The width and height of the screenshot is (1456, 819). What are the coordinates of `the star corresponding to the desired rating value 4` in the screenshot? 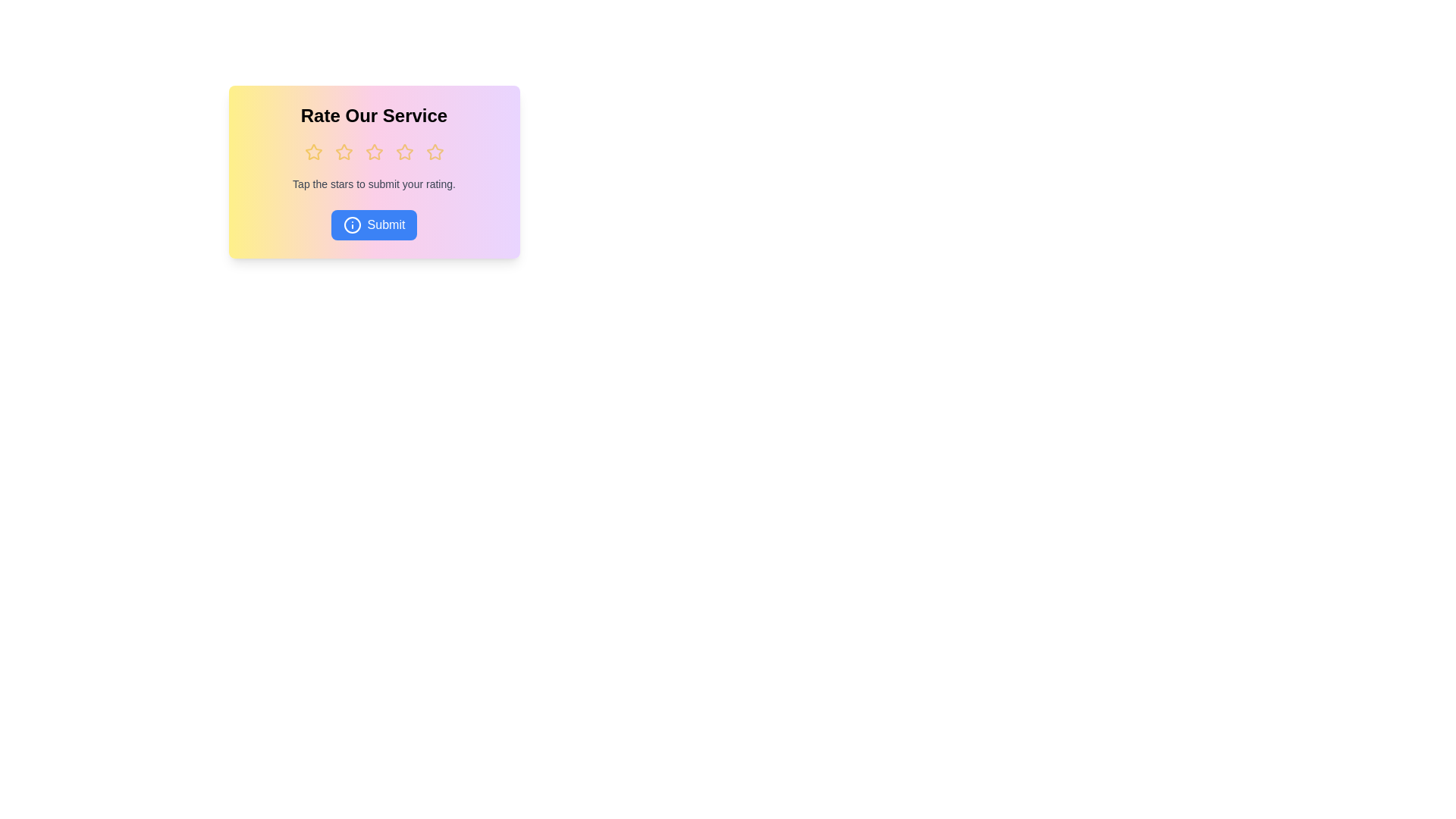 It's located at (404, 152).